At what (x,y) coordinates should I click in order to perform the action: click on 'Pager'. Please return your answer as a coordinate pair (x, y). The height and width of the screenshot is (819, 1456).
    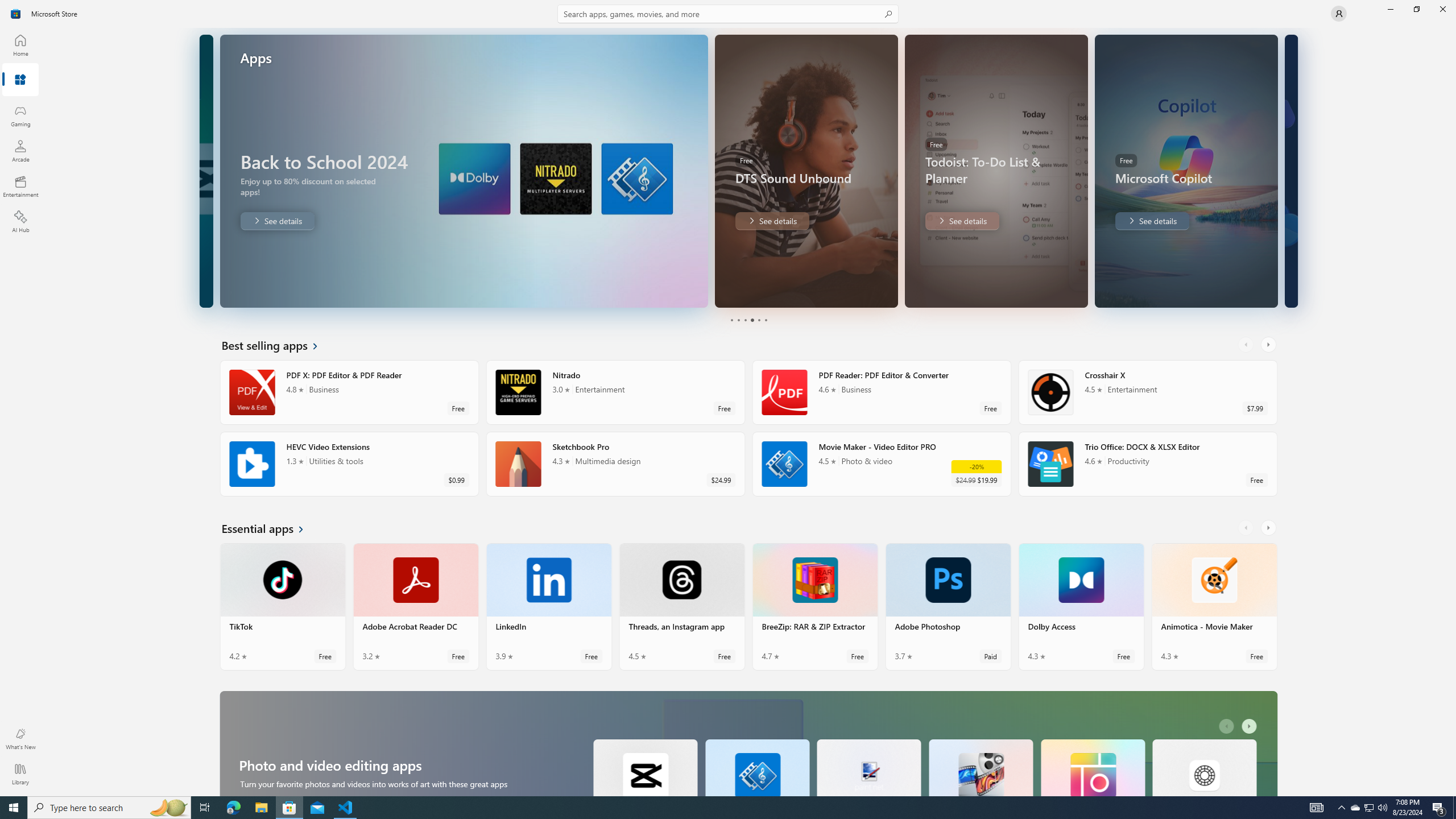
    Looking at the image, I should click on (747, 320).